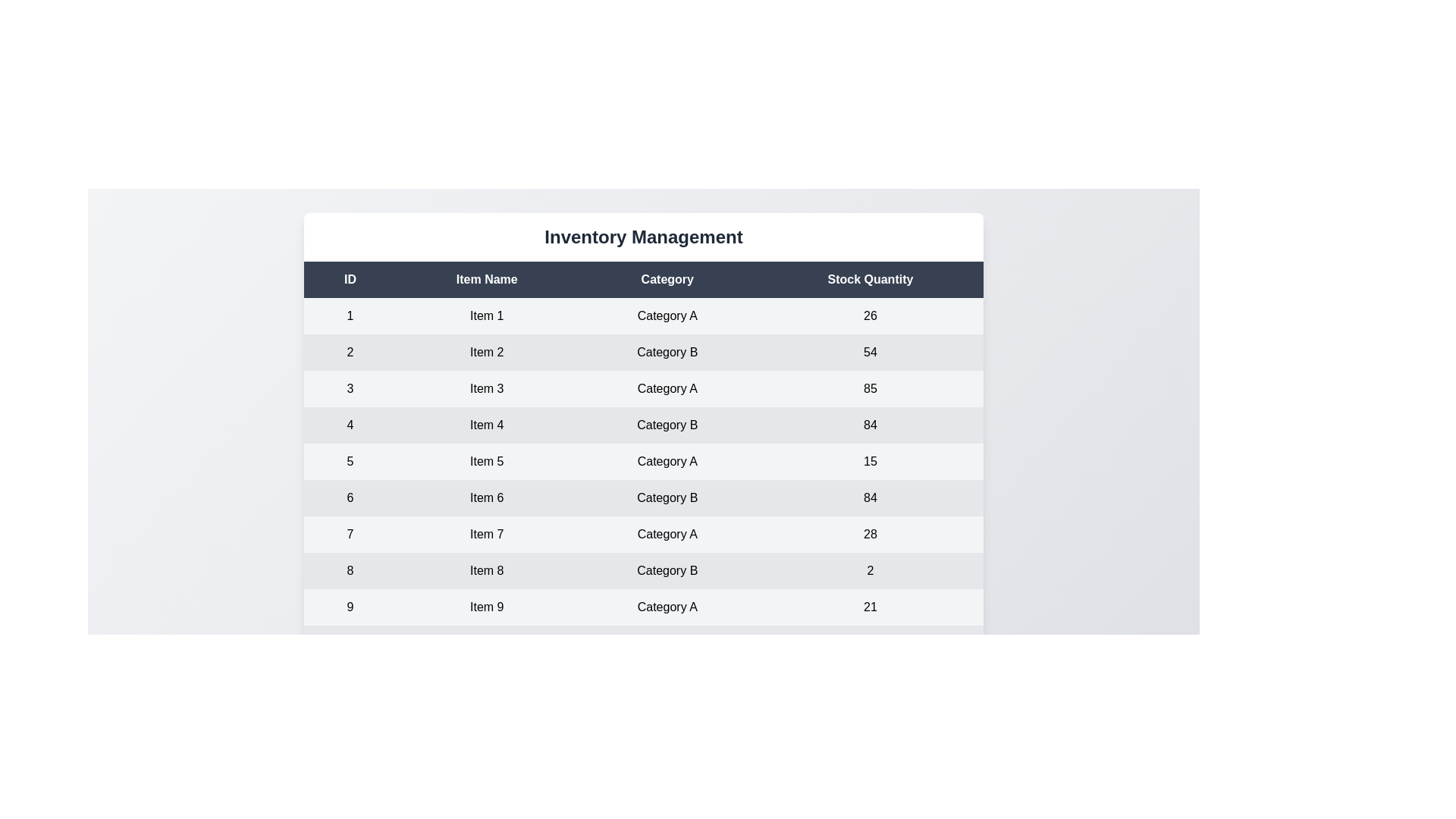 The height and width of the screenshot is (819, 1456). I want to click on the header ID in the table, so click(349, 280).